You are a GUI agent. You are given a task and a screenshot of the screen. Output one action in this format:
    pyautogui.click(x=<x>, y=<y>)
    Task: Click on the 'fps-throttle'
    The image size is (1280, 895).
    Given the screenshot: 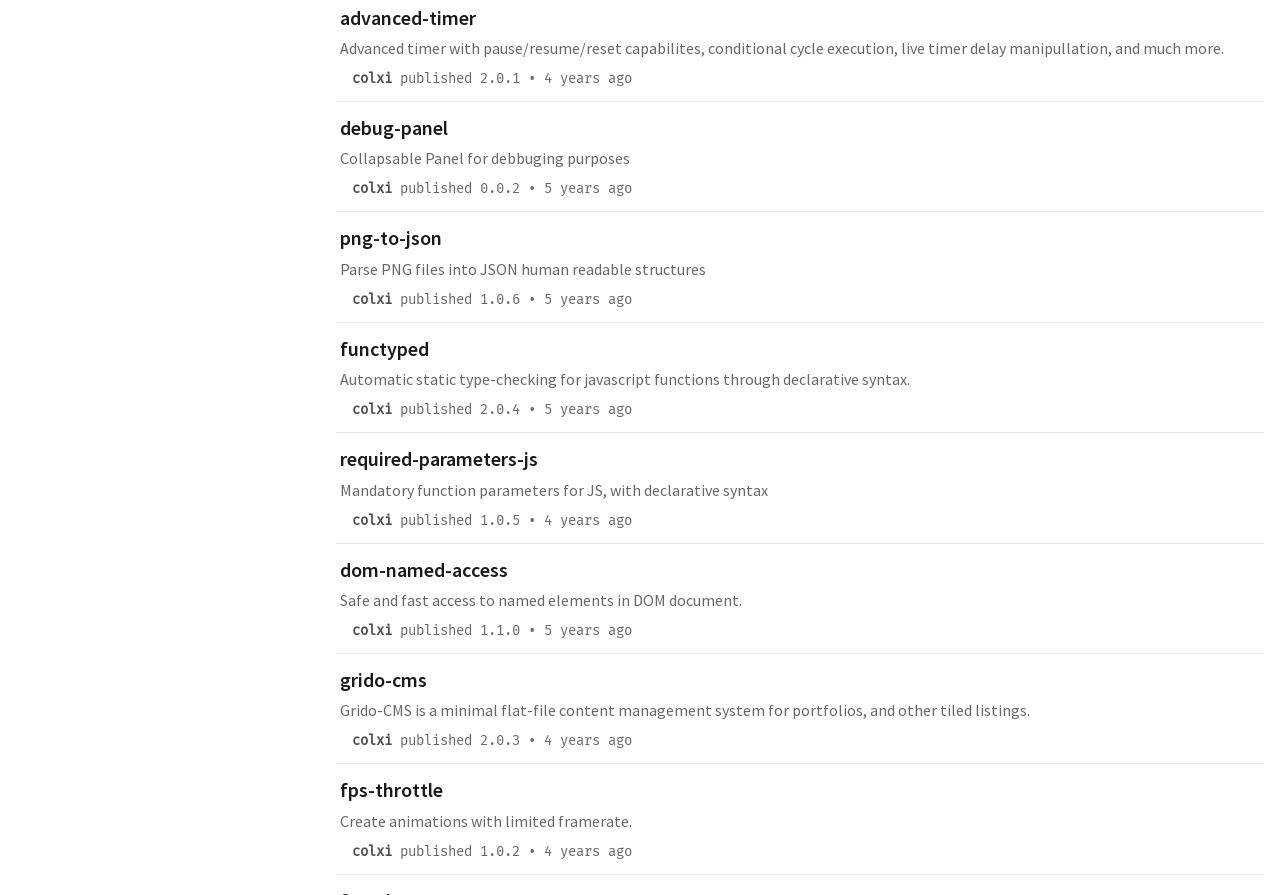 What is the action you would take?
    pyautogui.click(x=391, y=788)
    